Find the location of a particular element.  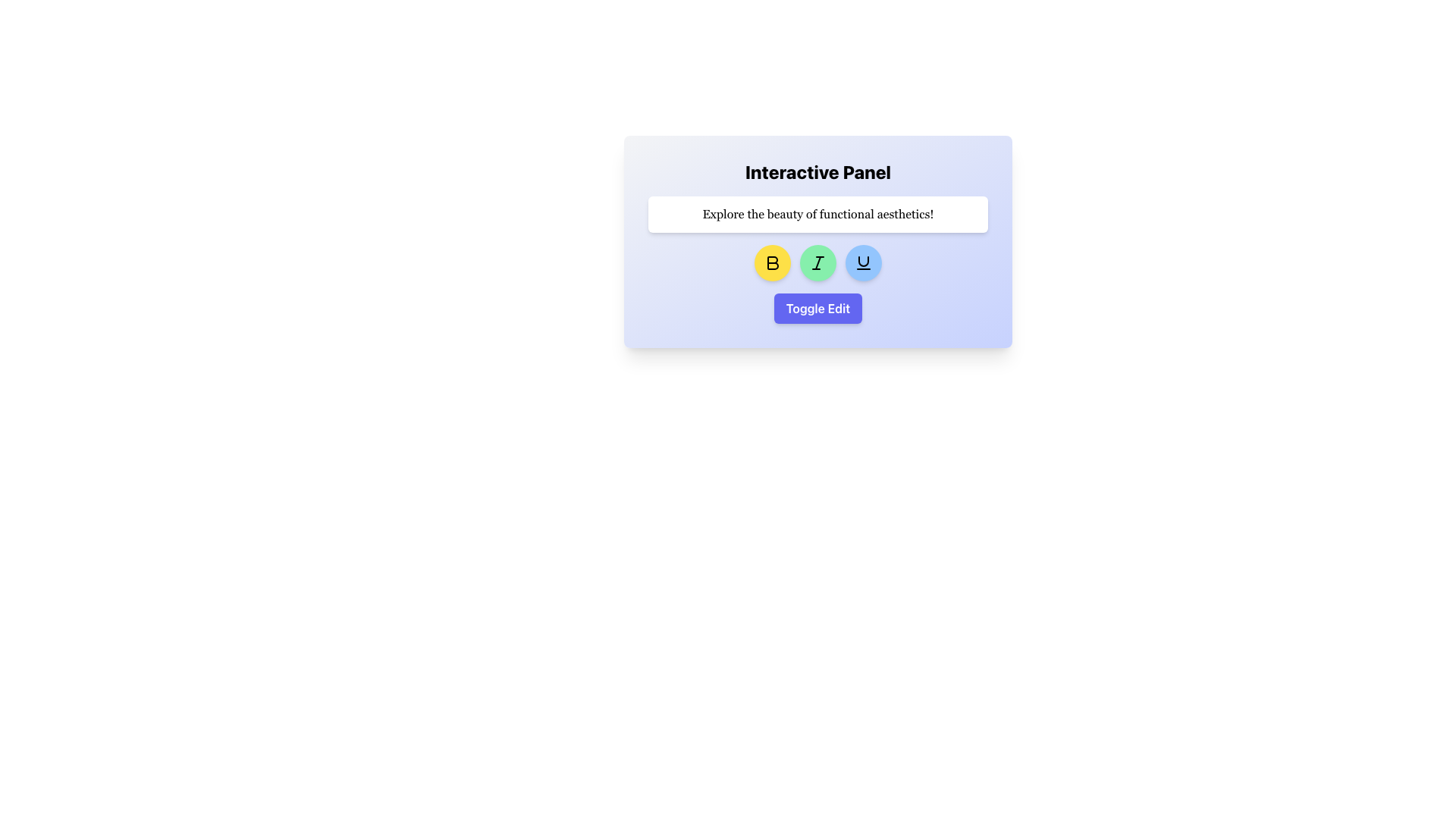

the 'Italic' button icon element, which is the second button from the left in the text styling options below the text box is located at coordinates (817, 262).